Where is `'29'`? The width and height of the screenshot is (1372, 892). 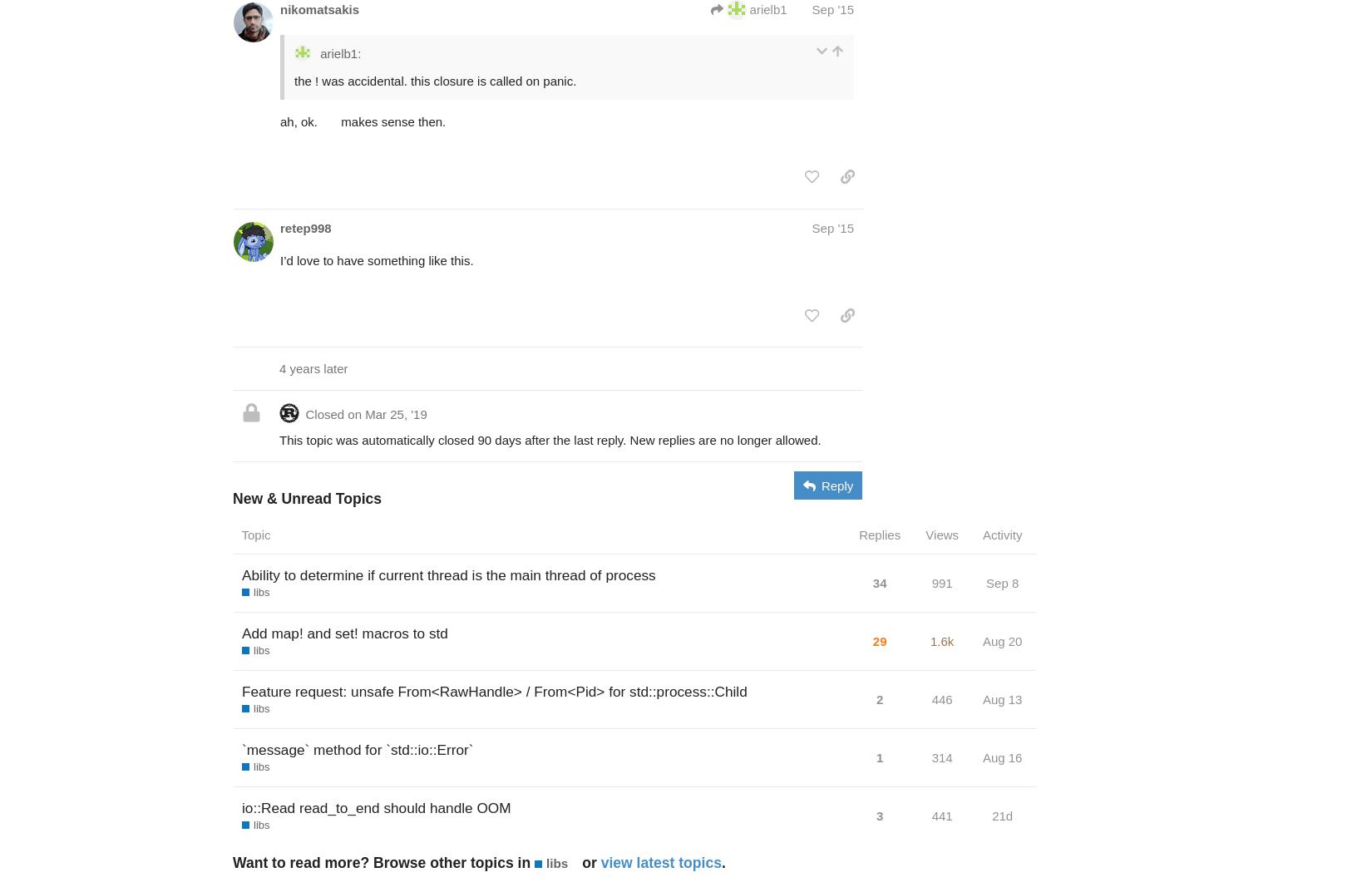 '29' is located at coordinates (872, 639).